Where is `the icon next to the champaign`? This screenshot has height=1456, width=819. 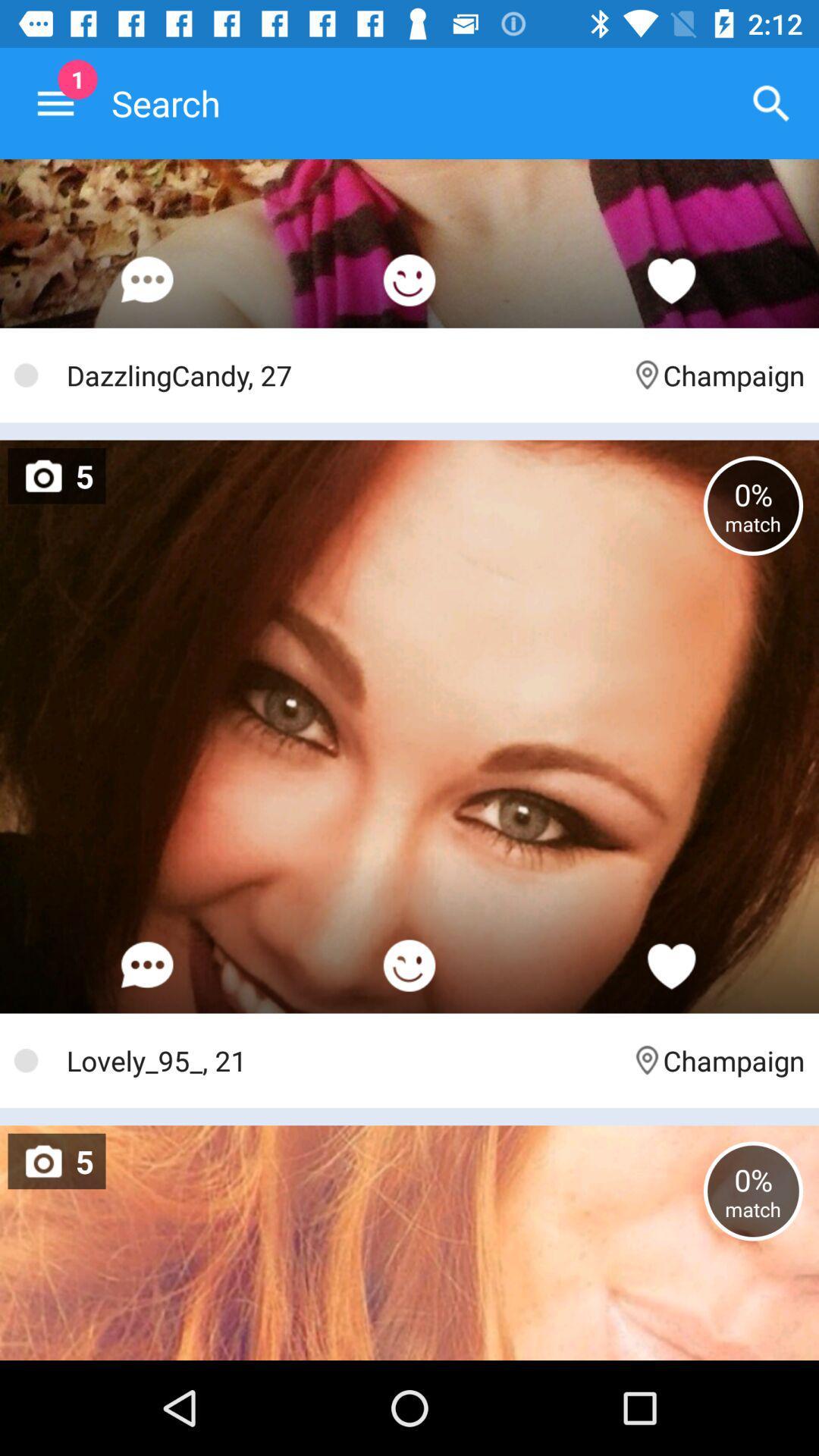 the icon next to the champaign is located at coordinates (341, 375).